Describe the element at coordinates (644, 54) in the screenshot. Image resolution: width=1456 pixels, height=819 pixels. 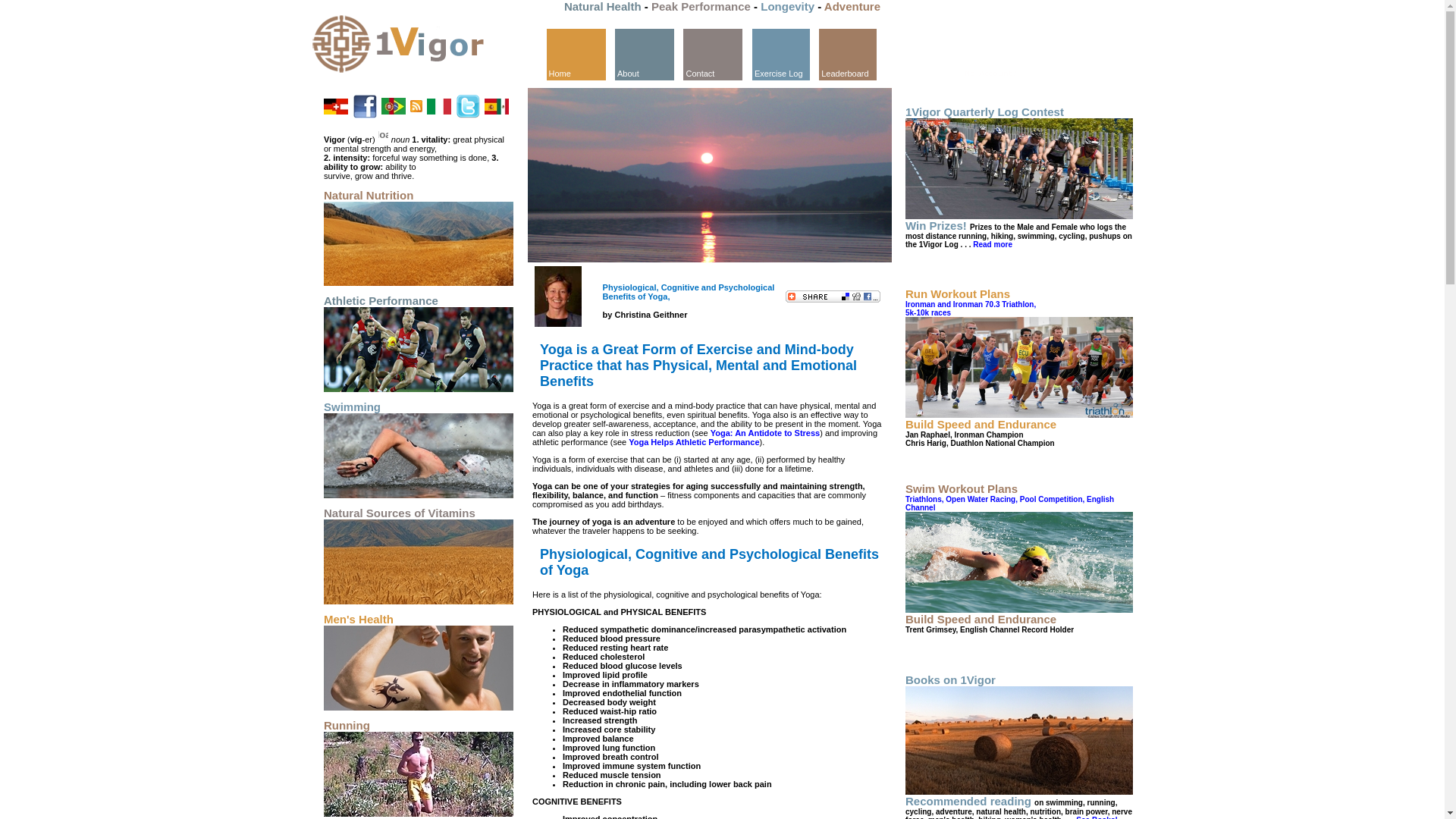
I see `'About'` at that location.